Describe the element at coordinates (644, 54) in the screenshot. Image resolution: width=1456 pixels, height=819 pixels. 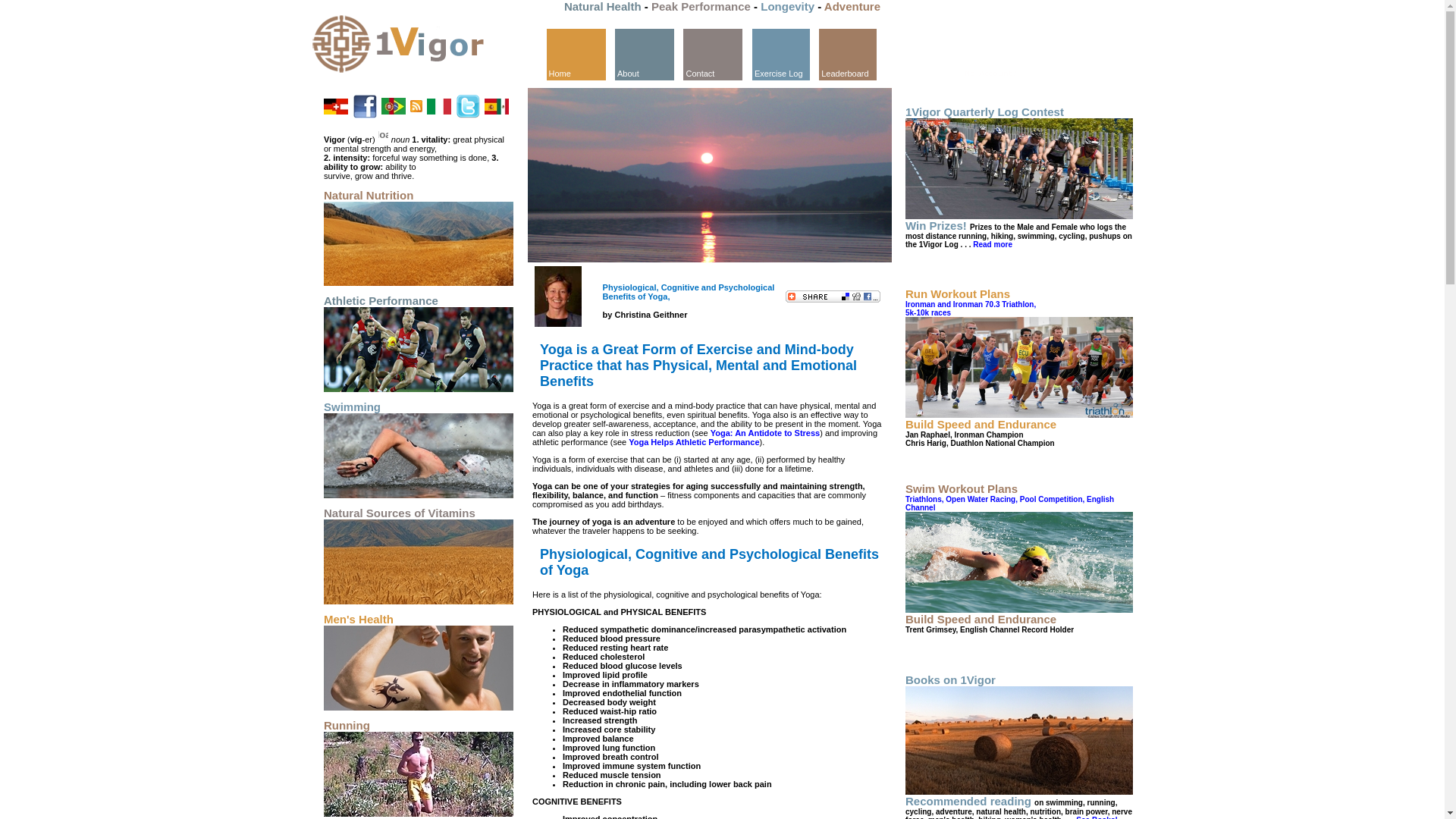
I see `'About'` at that location.